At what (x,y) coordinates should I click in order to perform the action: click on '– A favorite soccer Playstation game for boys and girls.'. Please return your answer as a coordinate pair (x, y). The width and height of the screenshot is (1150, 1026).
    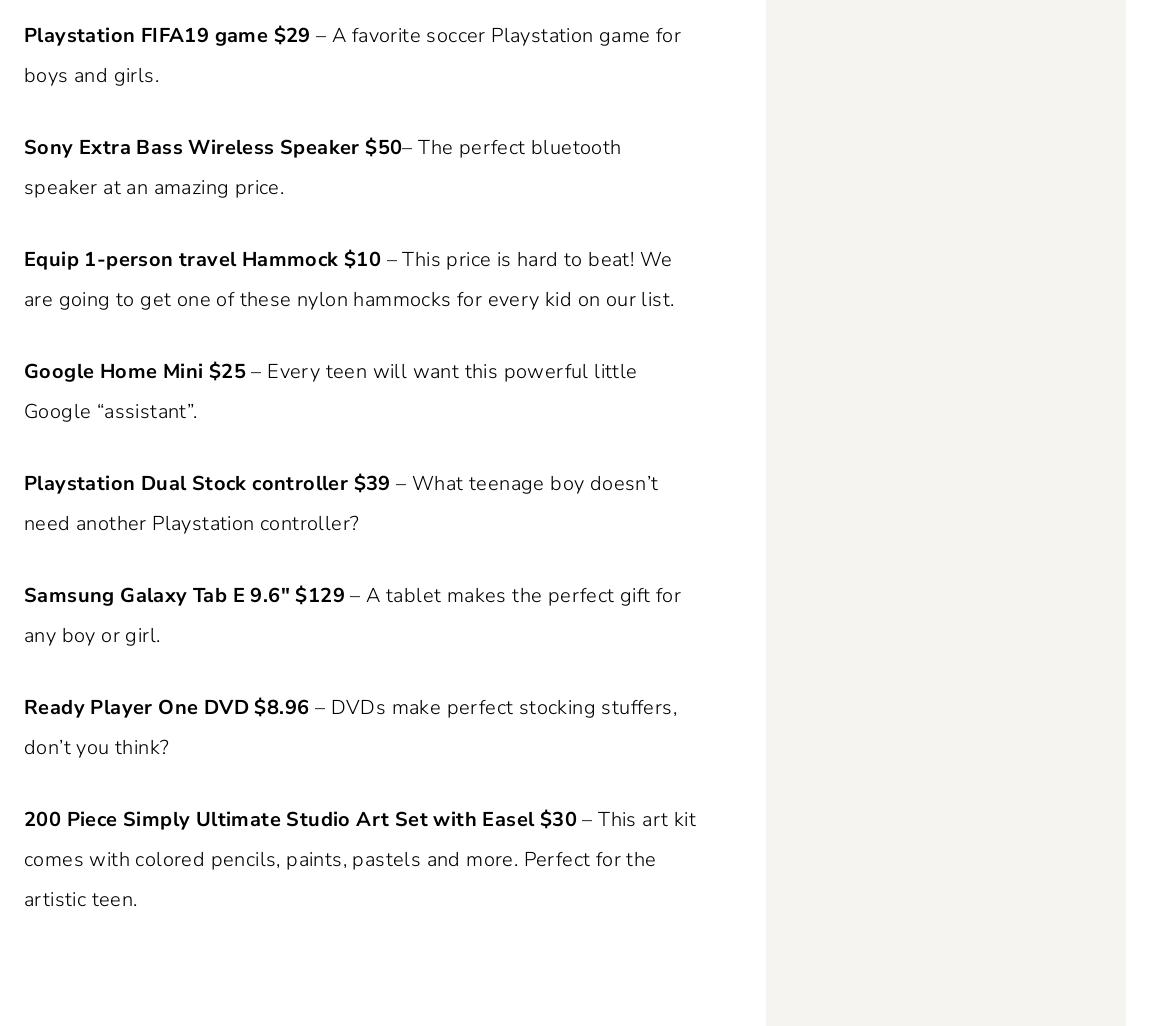
    Looking at the image, I should click on (352, 54).